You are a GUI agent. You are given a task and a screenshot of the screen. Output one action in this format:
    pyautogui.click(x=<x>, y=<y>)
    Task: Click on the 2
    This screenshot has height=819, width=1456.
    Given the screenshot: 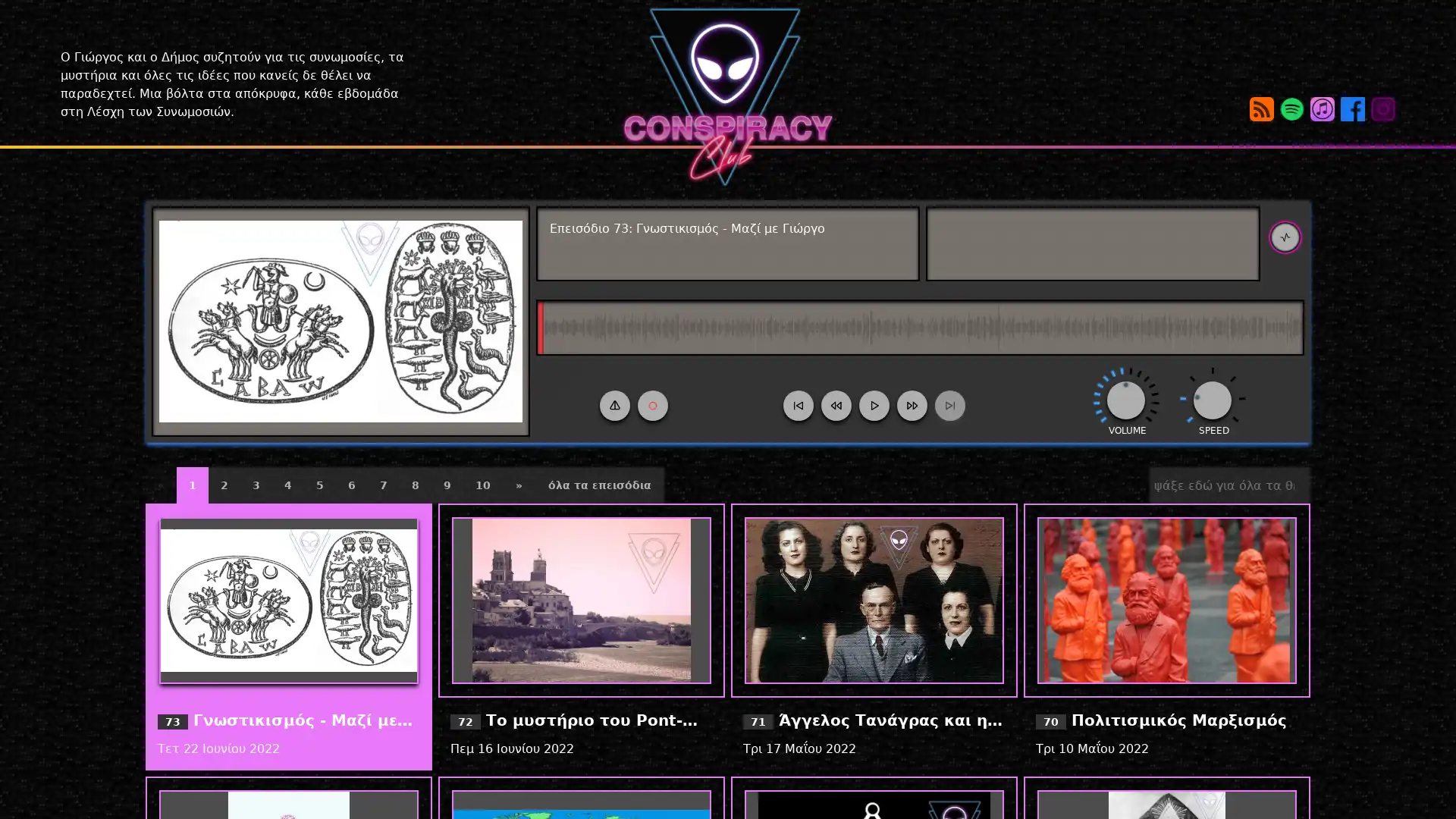 What is the action you would take?
    pyautogui.click(x=224, y=485)
    